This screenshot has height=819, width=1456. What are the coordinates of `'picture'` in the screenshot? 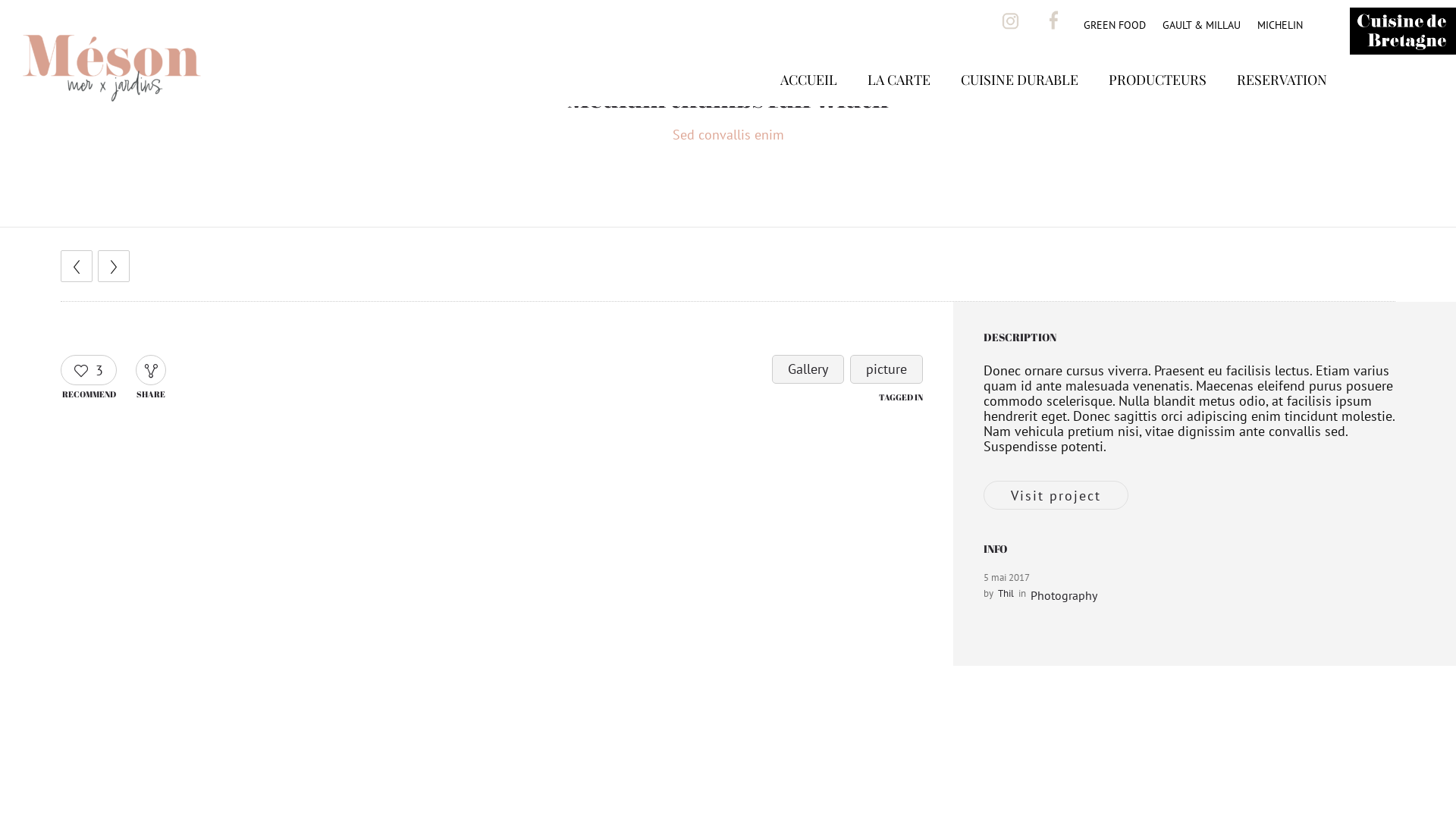 It's located at (886, 369).